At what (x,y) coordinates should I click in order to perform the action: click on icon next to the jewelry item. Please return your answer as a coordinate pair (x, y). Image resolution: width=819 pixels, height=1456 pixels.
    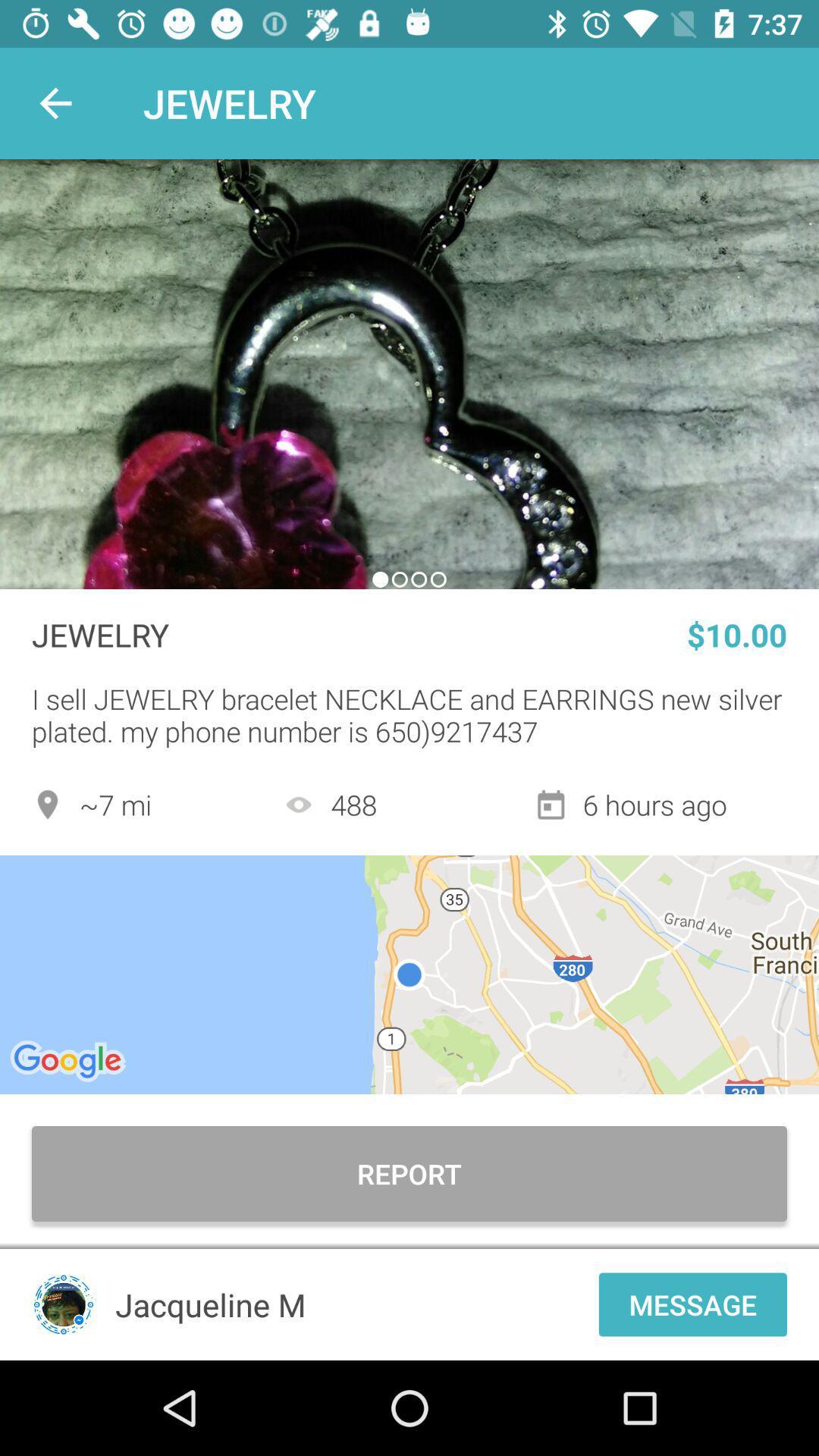
    Looking at the image, I should click on (55, 102).